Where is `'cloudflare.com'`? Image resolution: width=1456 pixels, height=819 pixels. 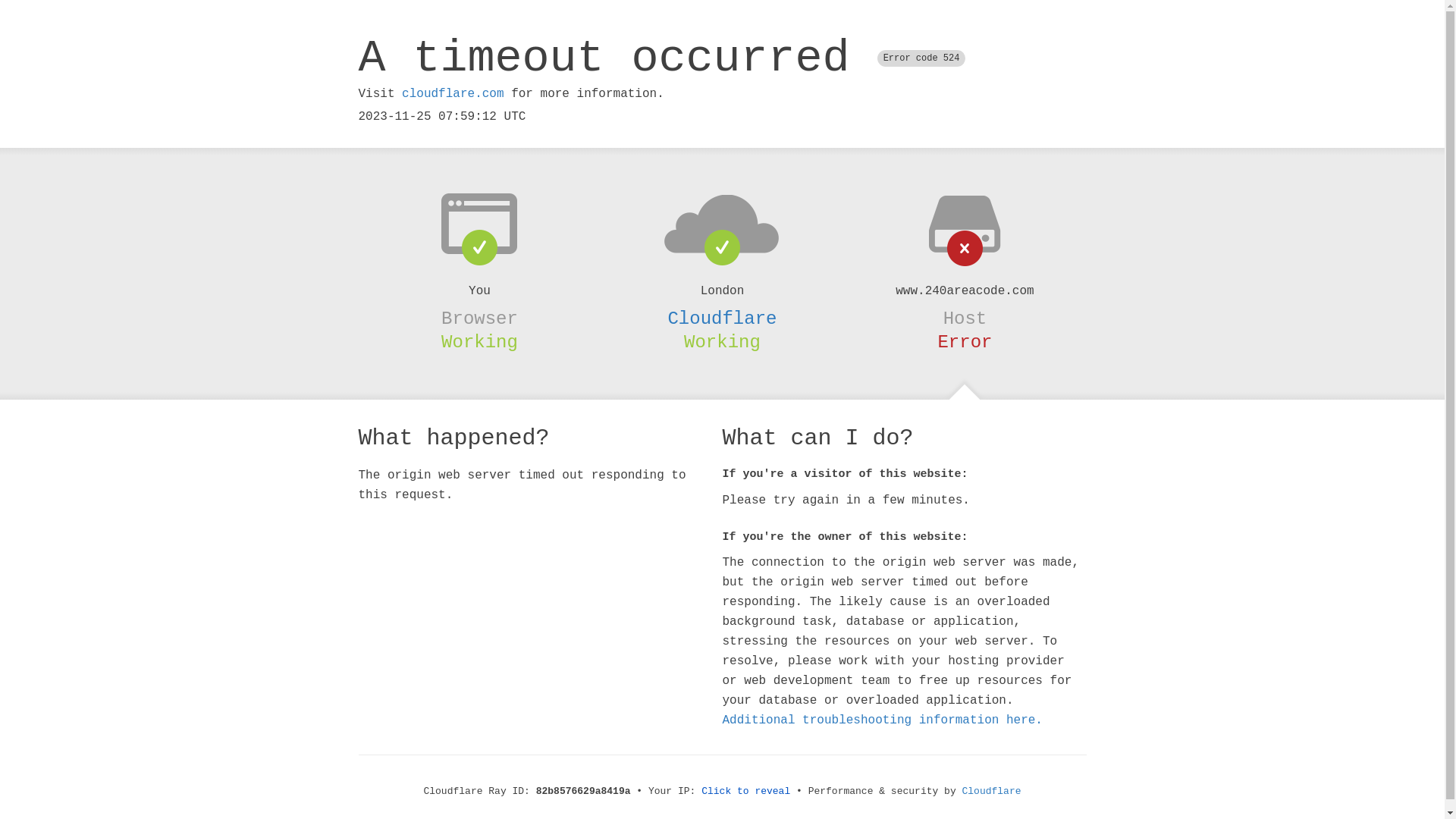 'cloudflare.com' is located at coordinates (451, 93).